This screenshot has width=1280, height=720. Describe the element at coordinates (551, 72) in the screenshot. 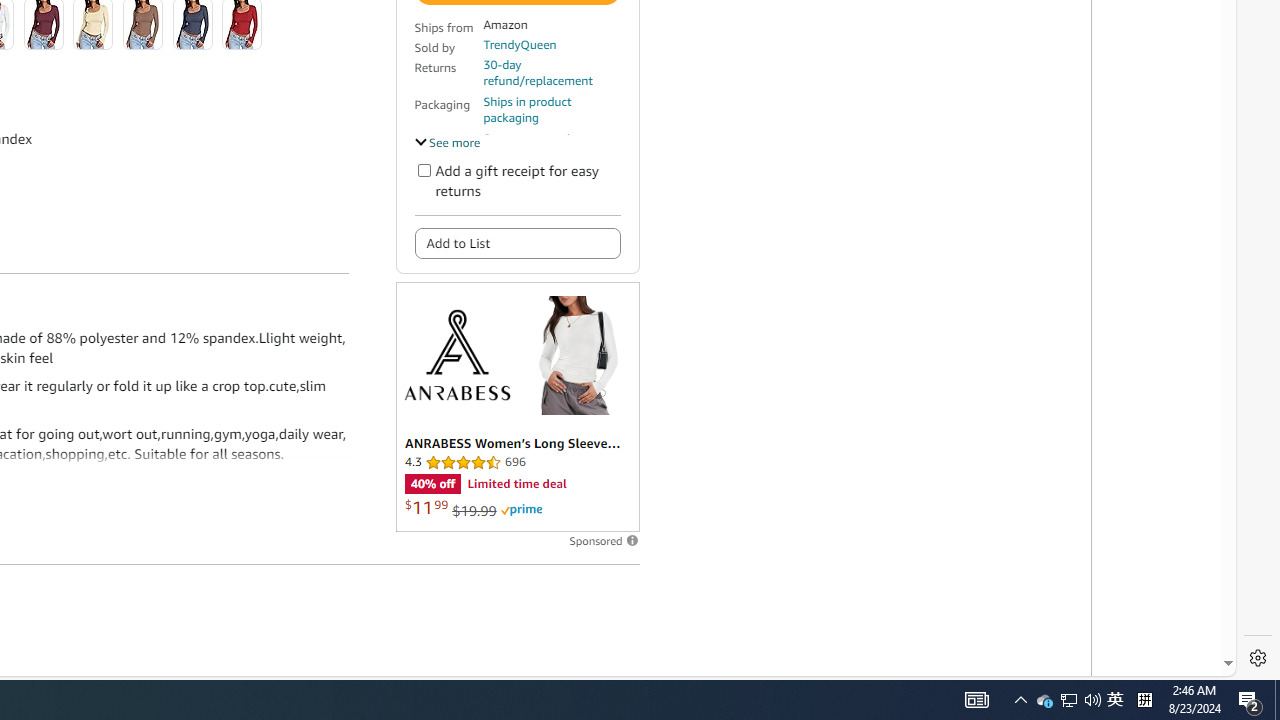

I see `'30-day refund/replacement'` at that location.